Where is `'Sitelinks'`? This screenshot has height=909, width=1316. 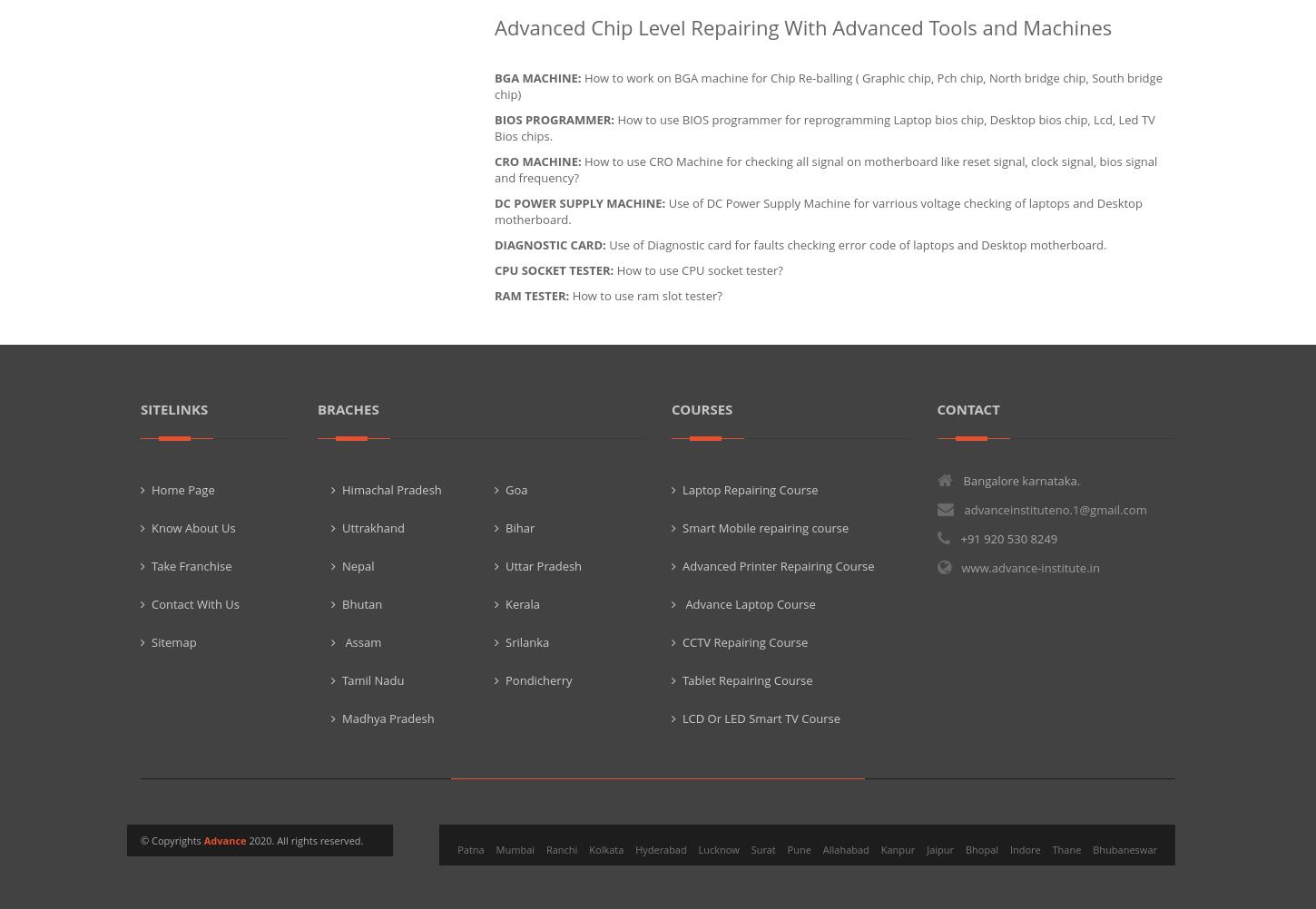
'Sitelinks' is located at coordinates (172, 408).